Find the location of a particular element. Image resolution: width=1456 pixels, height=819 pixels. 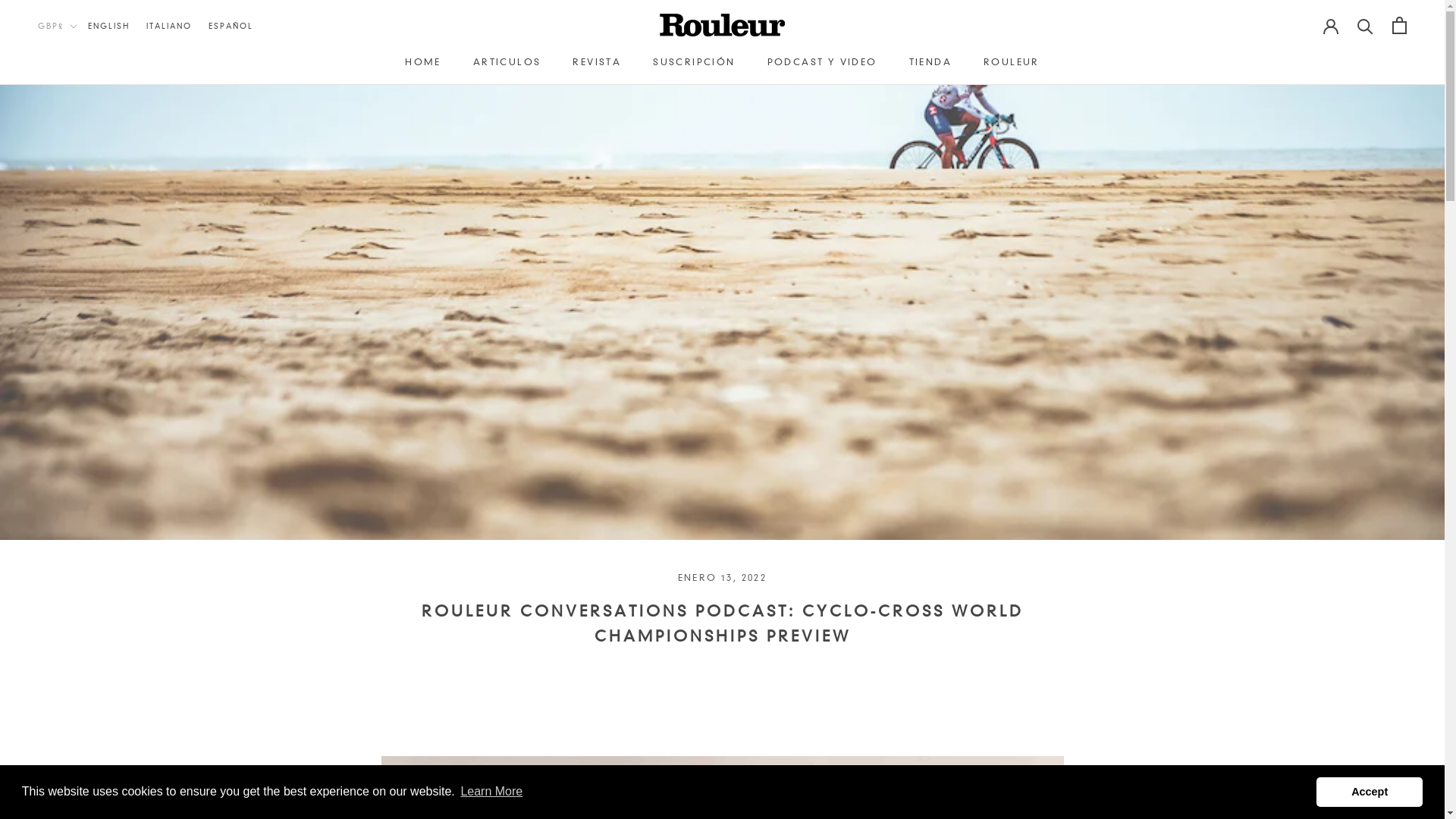

'GMD' is located at coordinates (85, 761).